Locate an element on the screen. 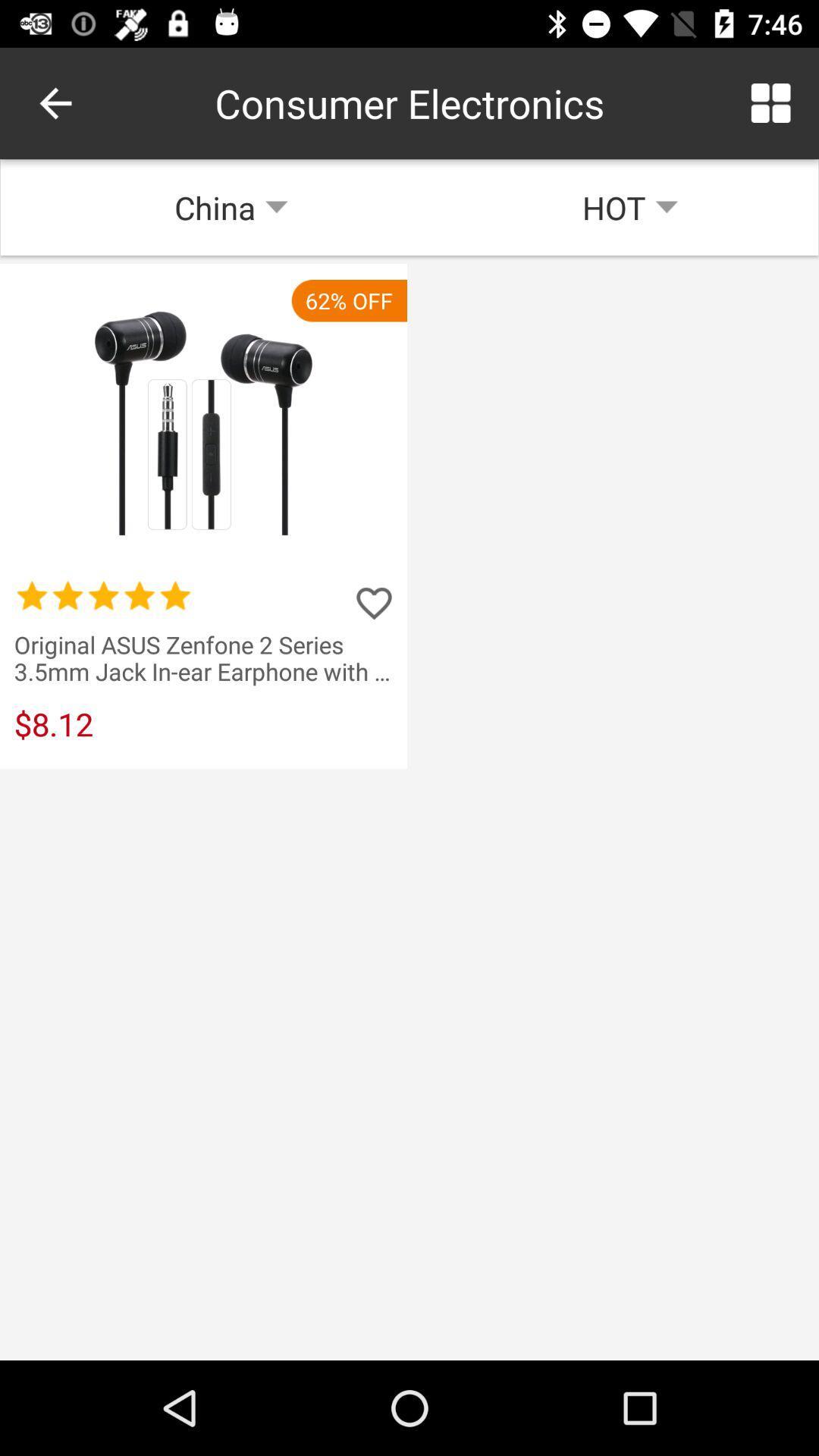 This screenshot has height=1456, width=819. rate the product is located at coordinates (374, 602).